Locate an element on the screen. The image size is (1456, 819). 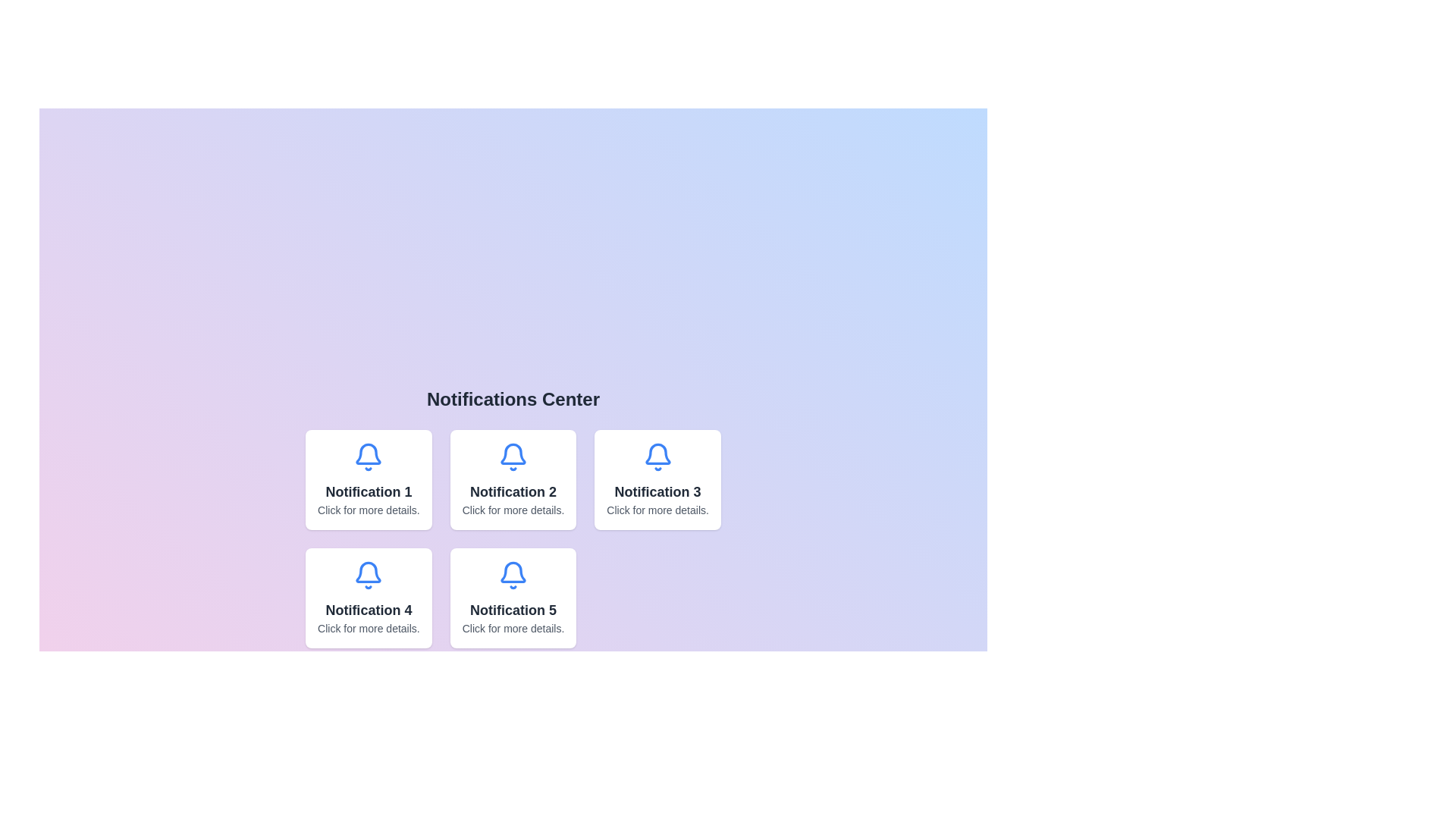
the 'Notification 1' text label to interact with the corresponding notification card in the grid layout is located at coordinates (369, 491).